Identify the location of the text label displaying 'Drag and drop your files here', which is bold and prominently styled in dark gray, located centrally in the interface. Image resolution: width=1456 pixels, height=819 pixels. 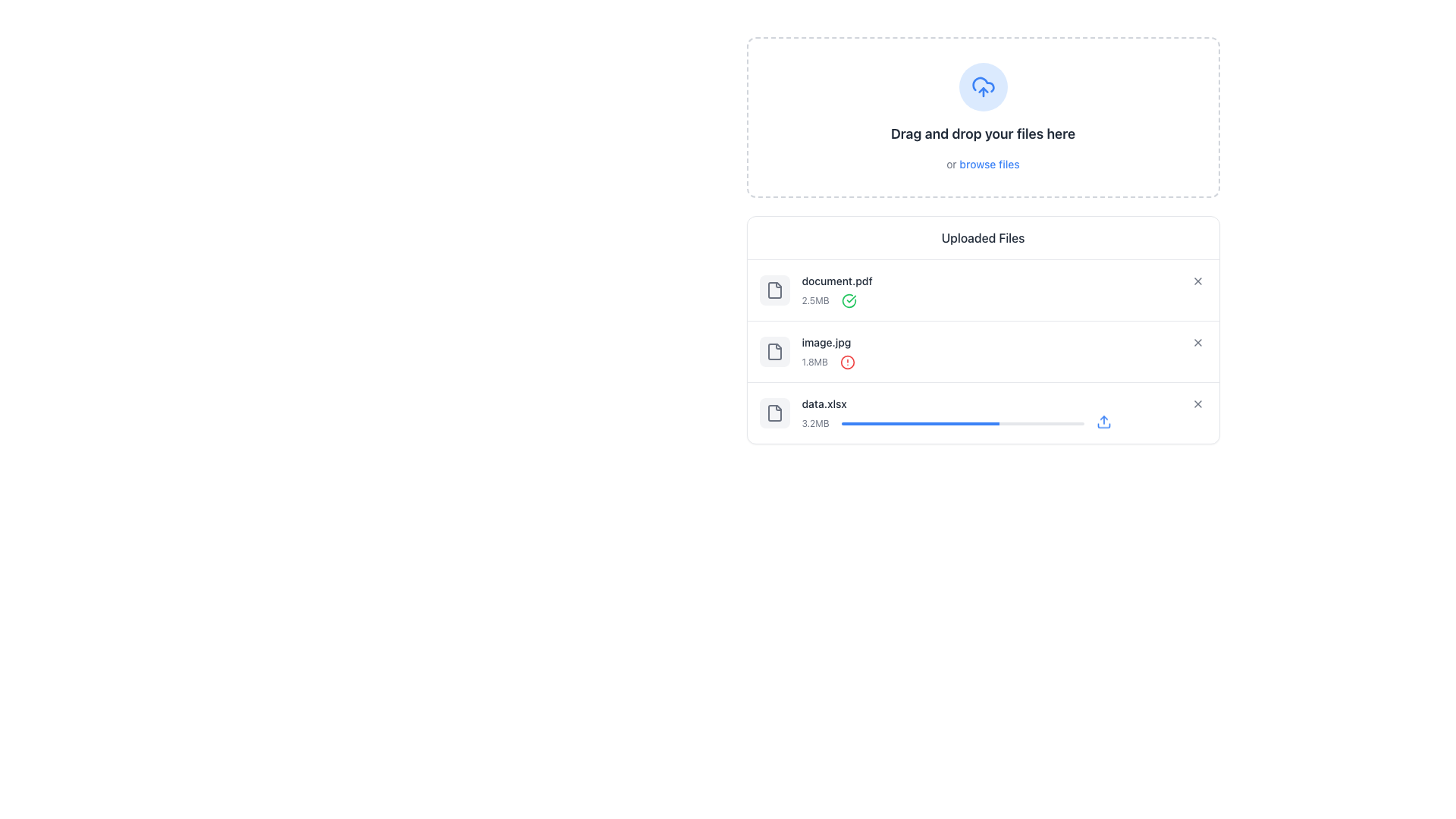
(983, 133).